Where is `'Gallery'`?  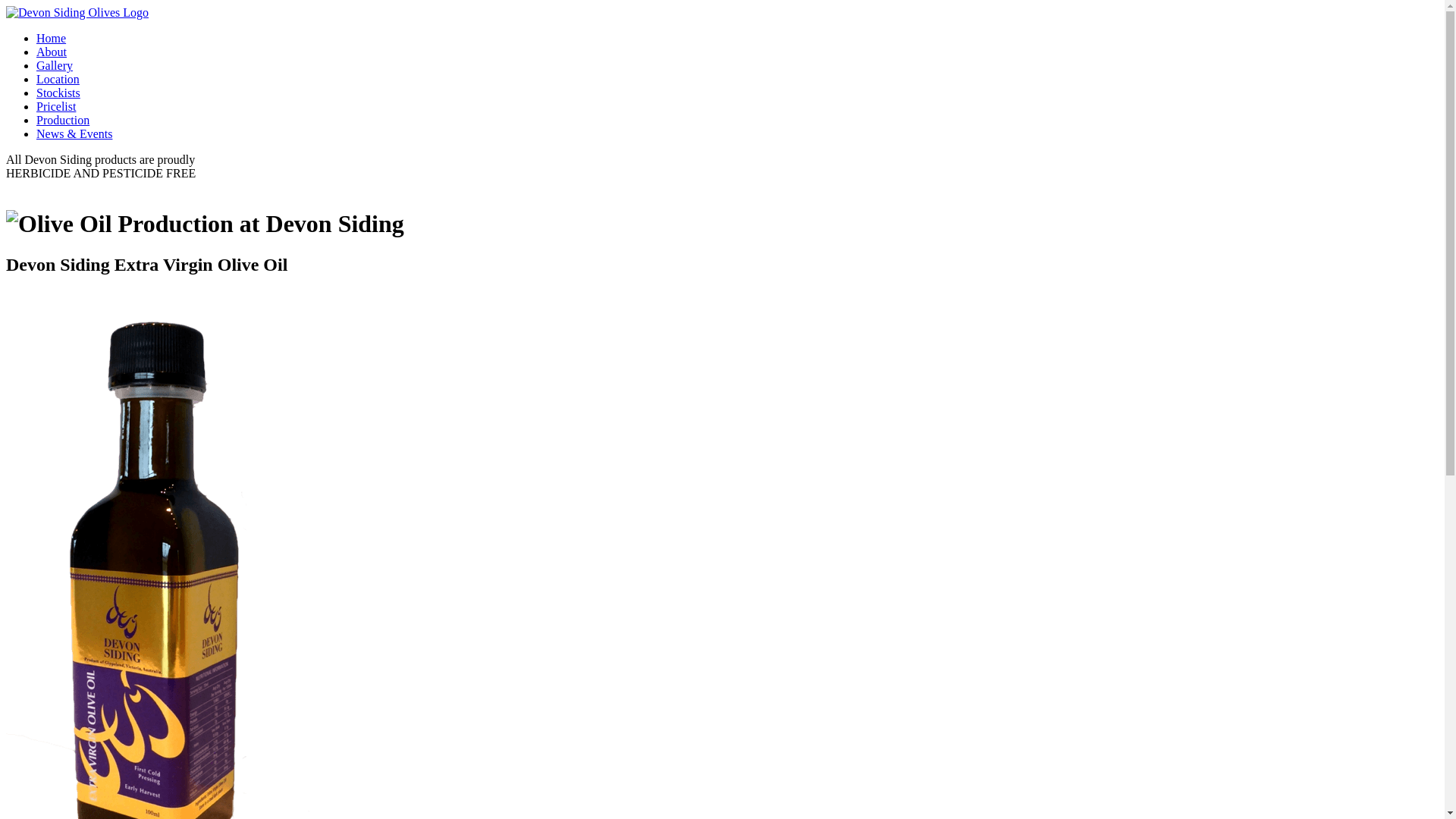
'Gallery' is located at coordinates (36, 64).